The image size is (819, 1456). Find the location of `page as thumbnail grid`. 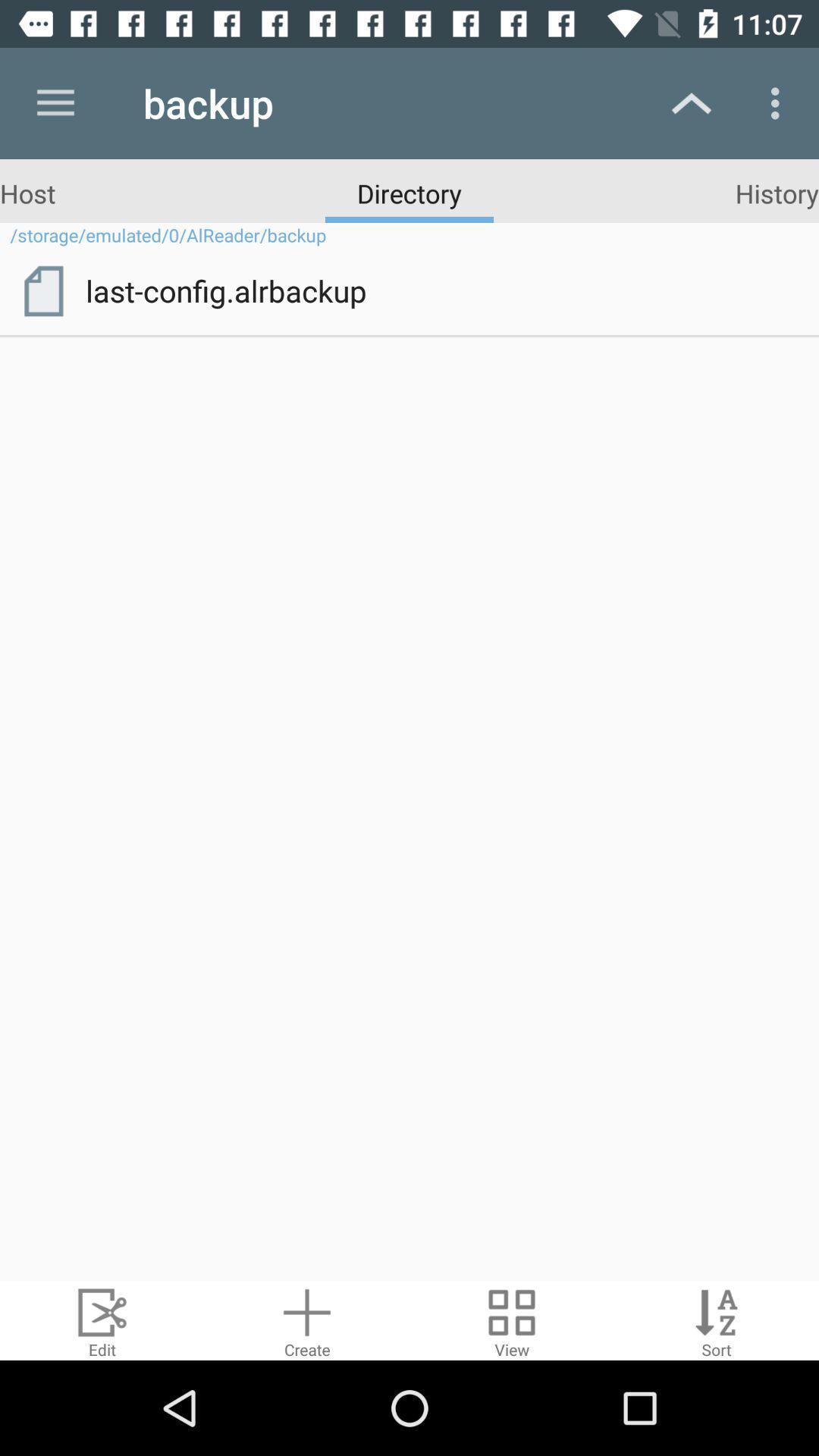

page as thumbnail grid is located at coordinates (512, 1319).